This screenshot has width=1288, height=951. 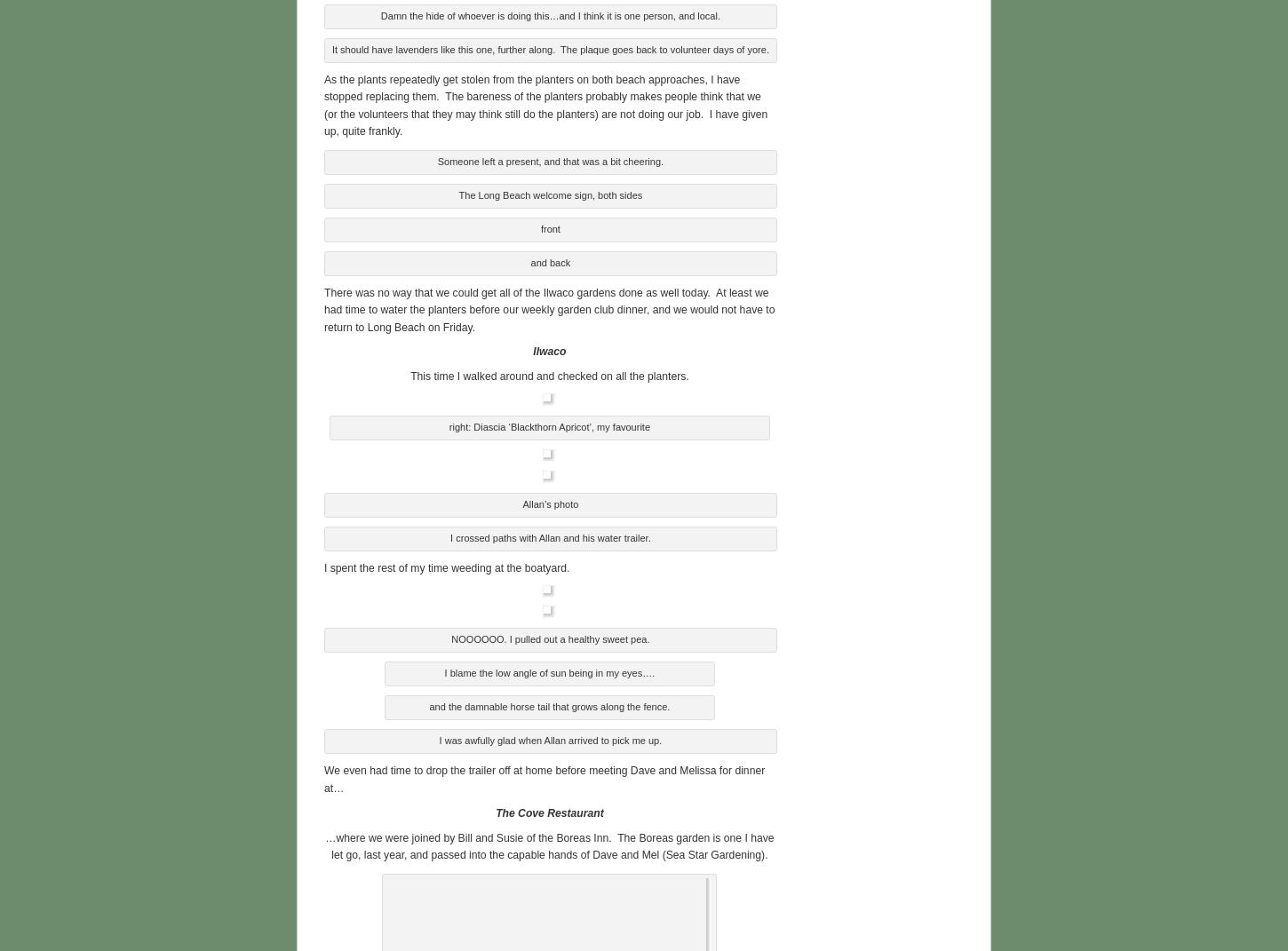 What do you see at coordinates (549, 226) in the screenshot?
I see `'front'` at bounding box center [549, 226].